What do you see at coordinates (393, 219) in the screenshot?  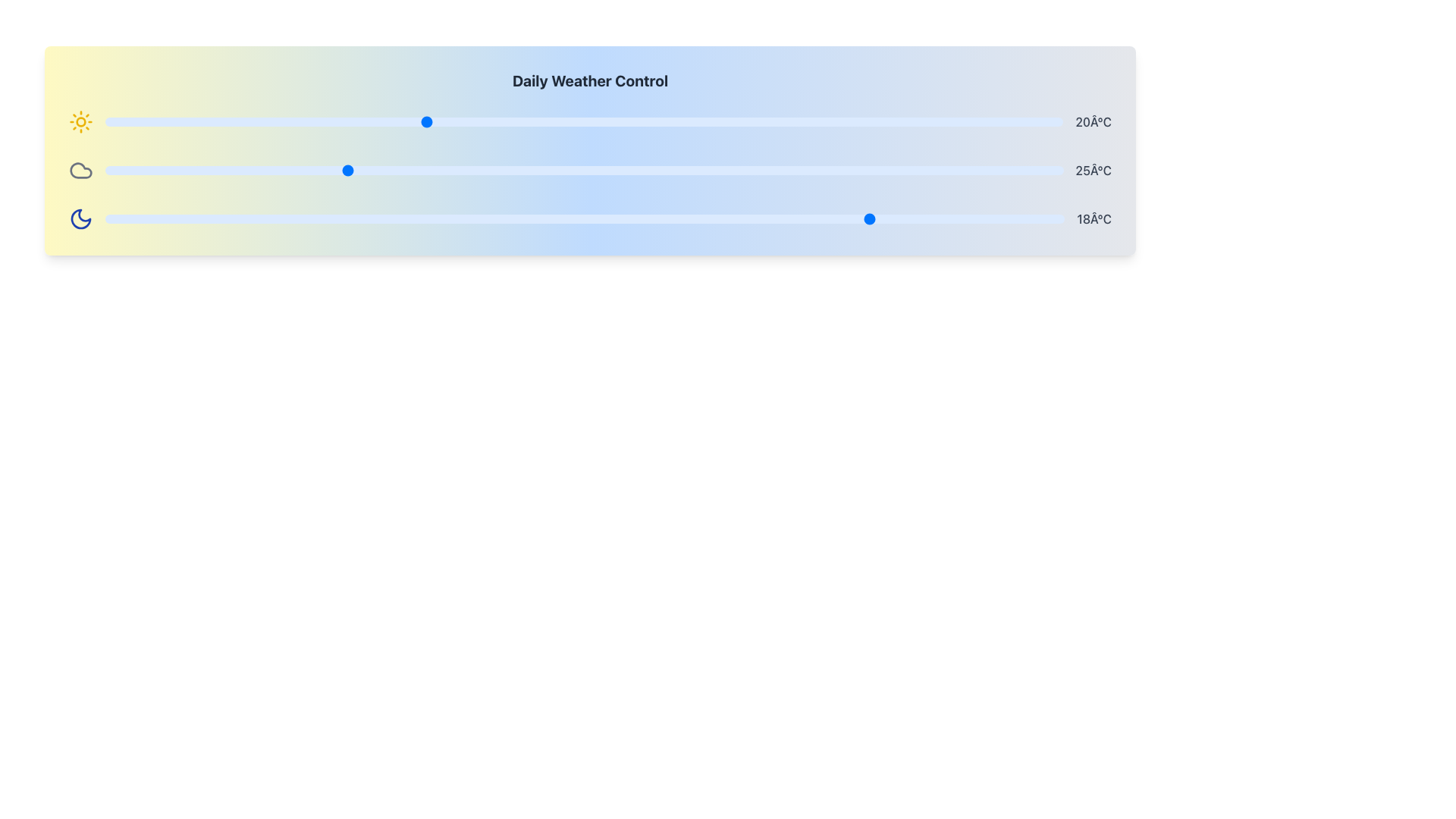 I see `the temperature slider` at bounding box center [393, 219].